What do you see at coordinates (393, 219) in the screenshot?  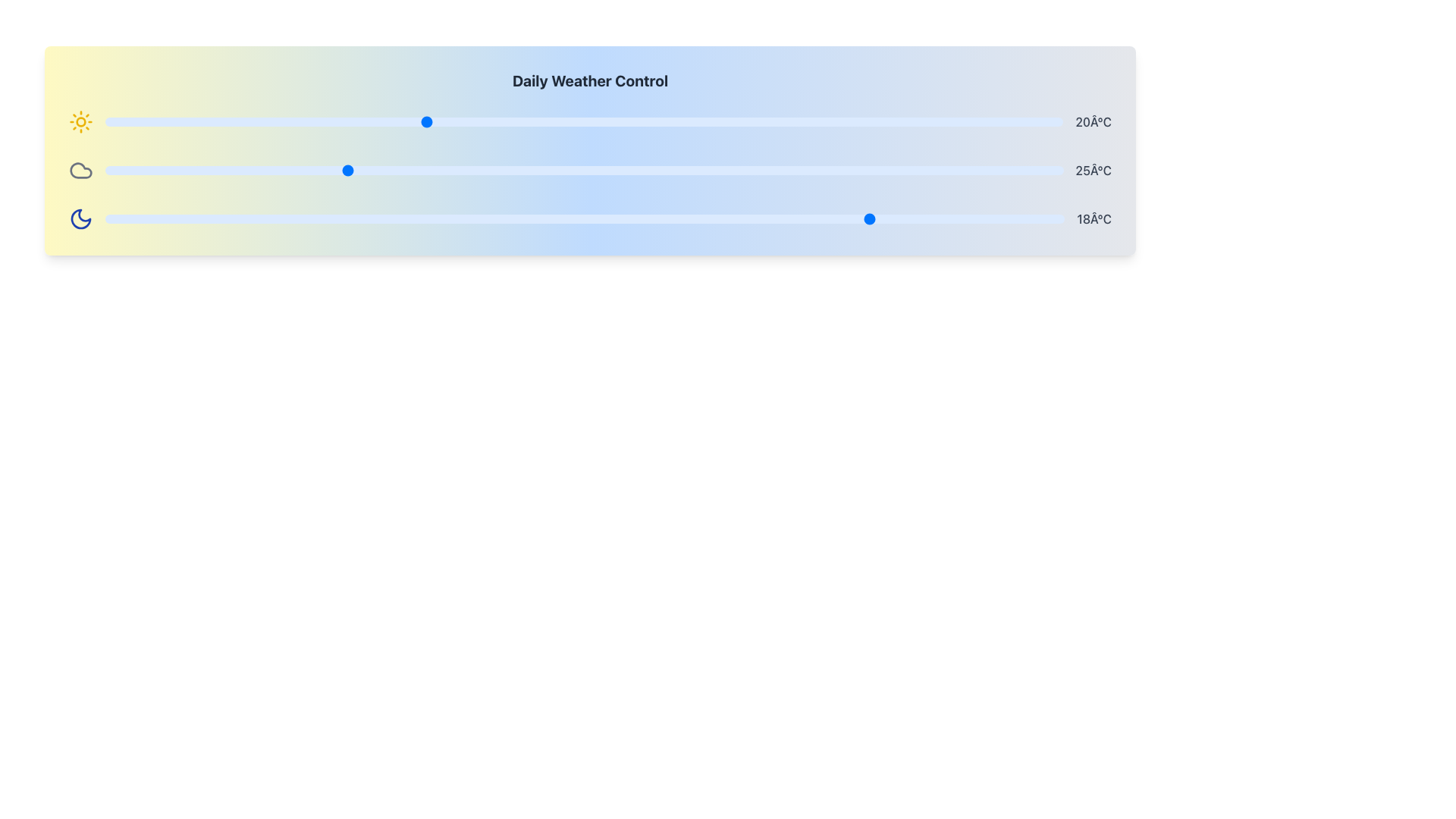 I see `the temperature slider` at bounding box center [393, 219].